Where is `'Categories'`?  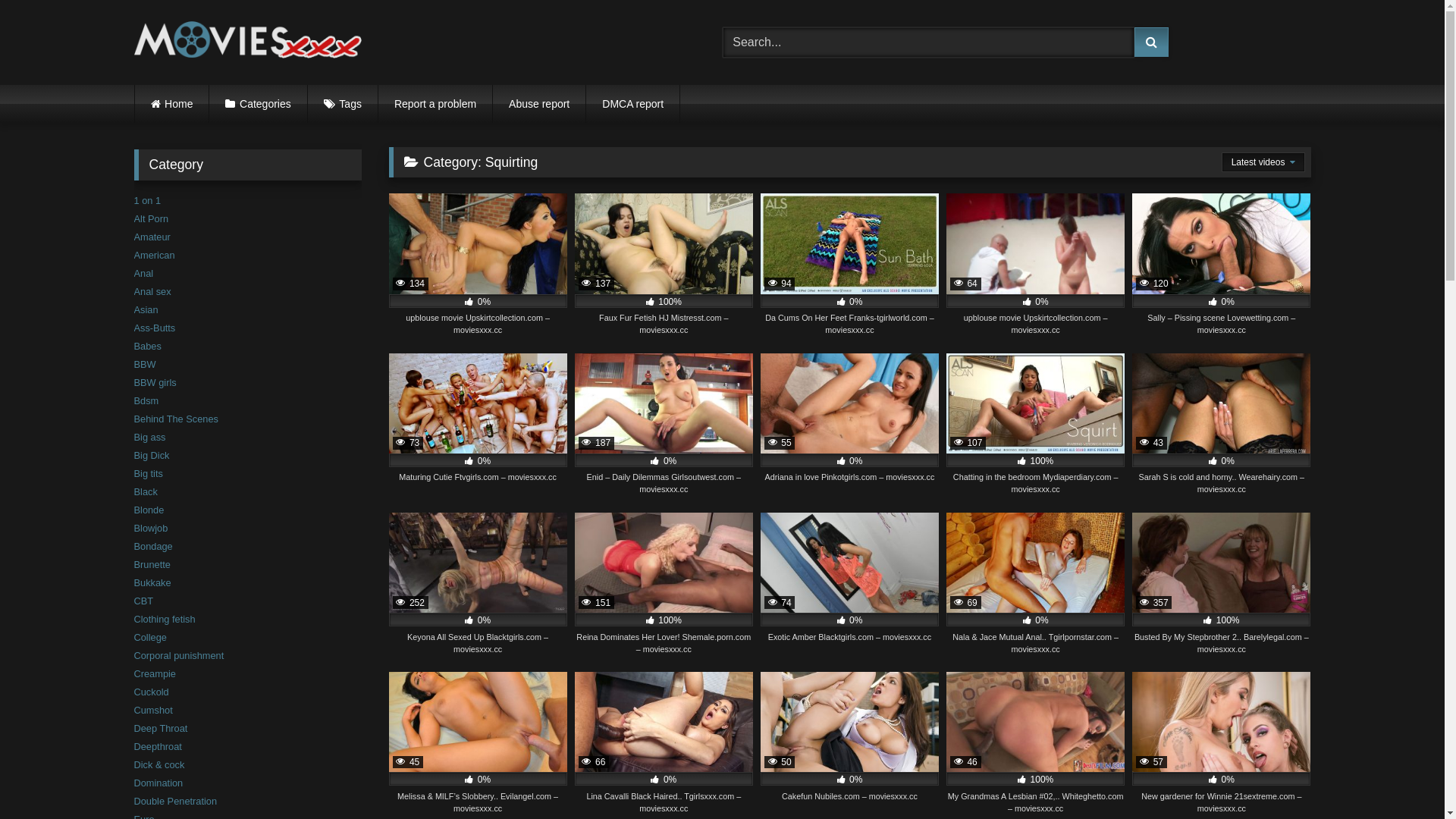 'Categories' is located at coordinates (258, 103).